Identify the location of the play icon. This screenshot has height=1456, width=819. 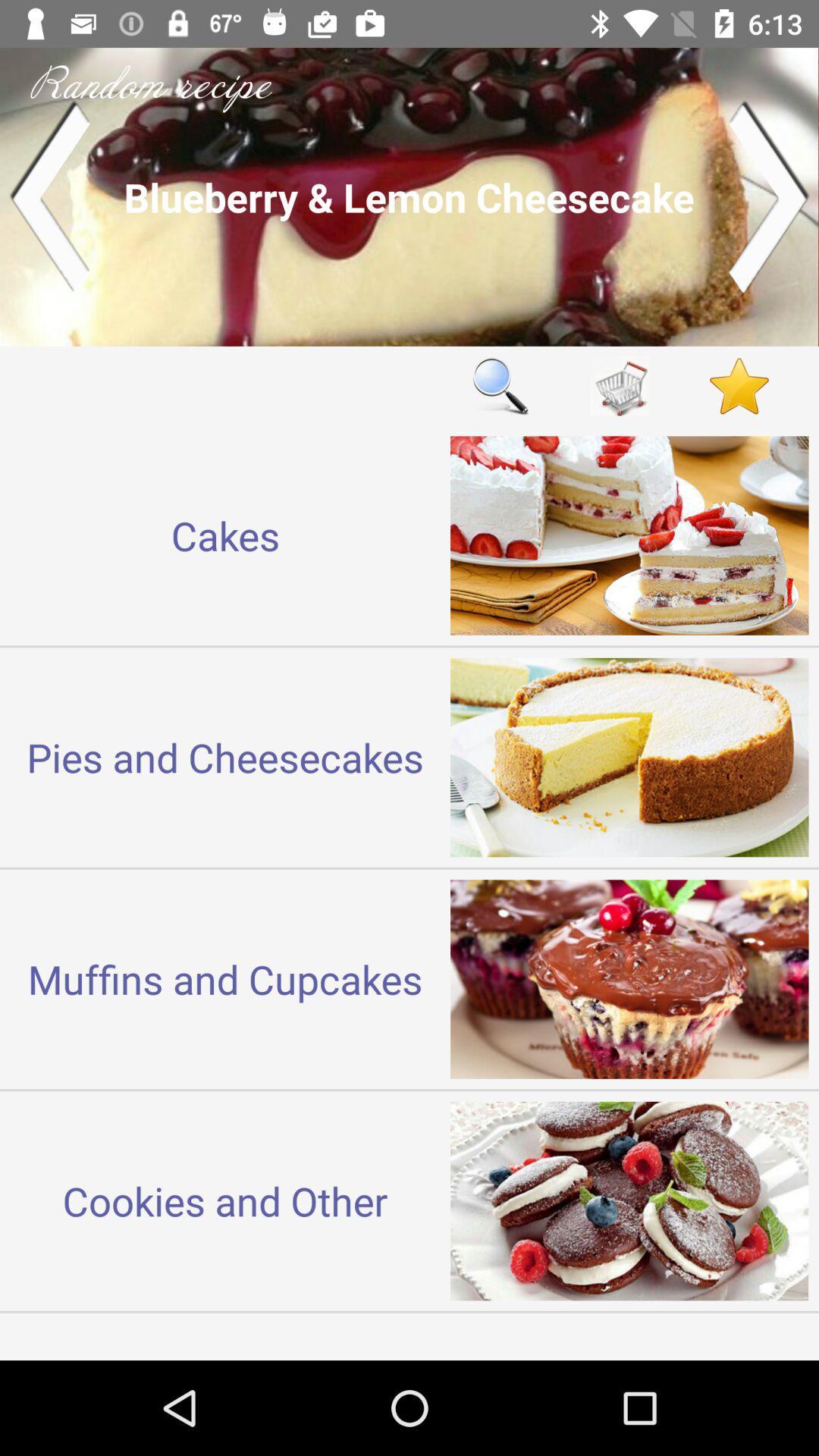
(769, 196).